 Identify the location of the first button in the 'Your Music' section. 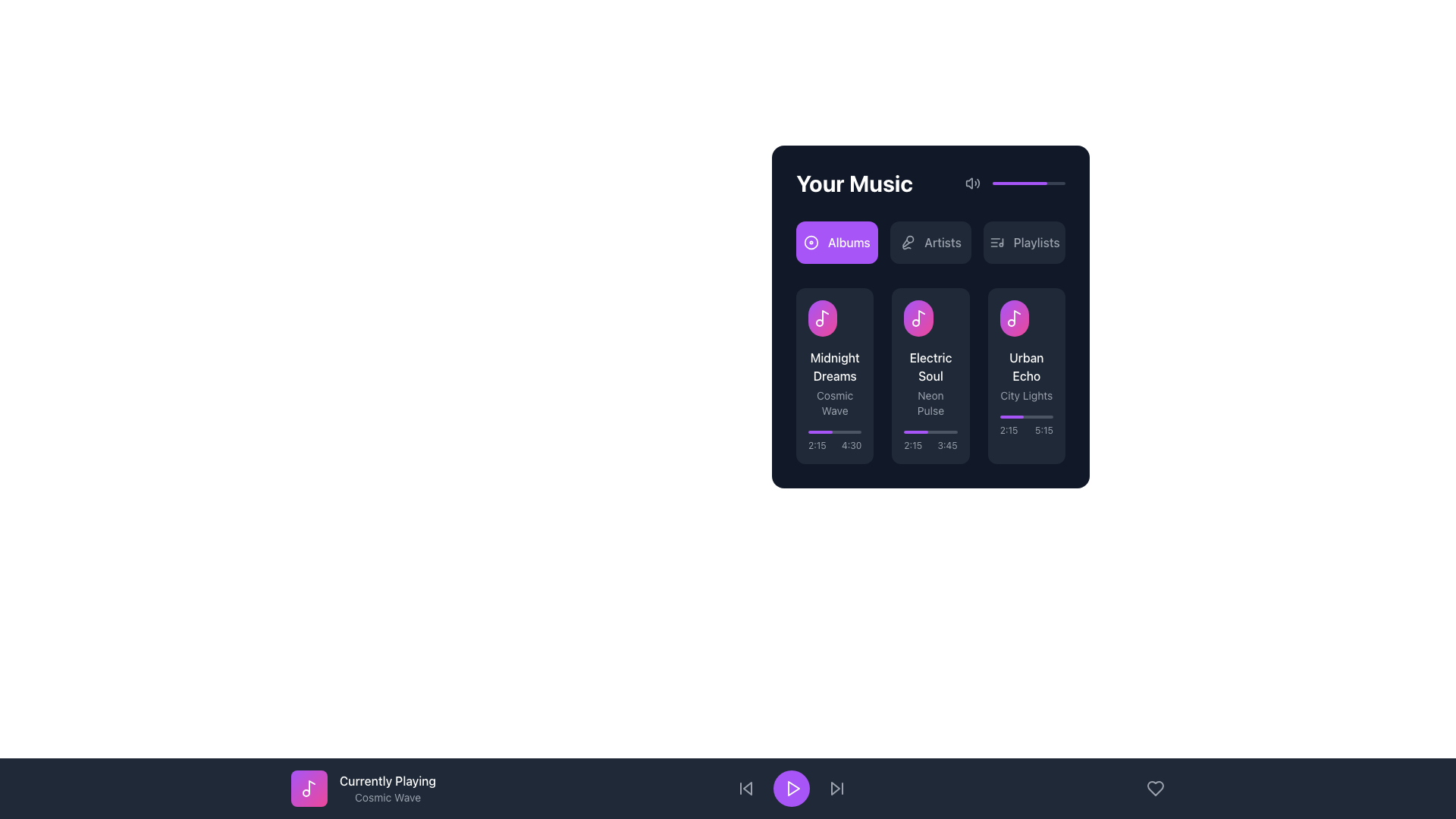
(836, 242).